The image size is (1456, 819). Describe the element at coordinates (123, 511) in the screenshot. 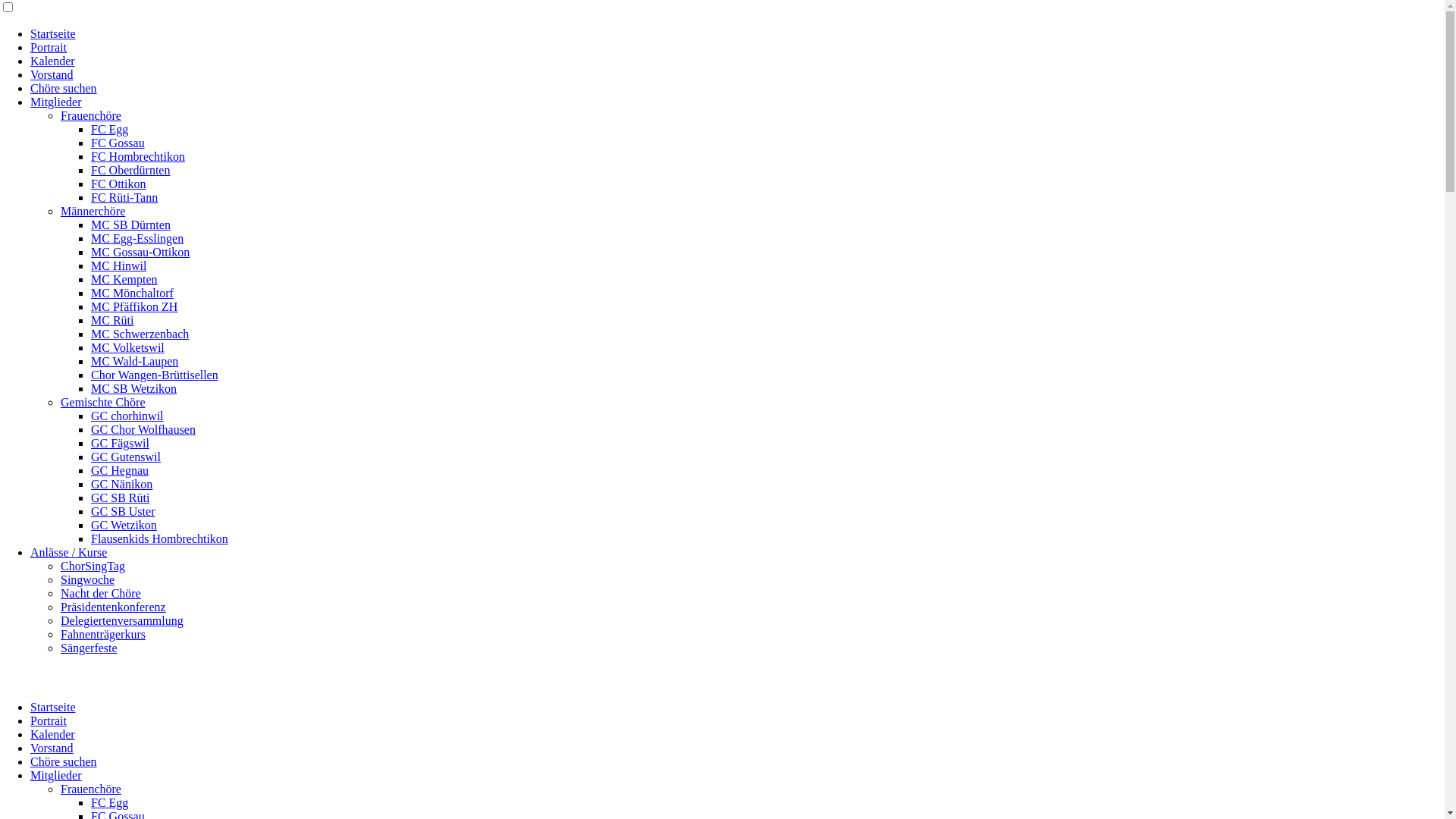

I see `'GC SB Uster'` at that location.